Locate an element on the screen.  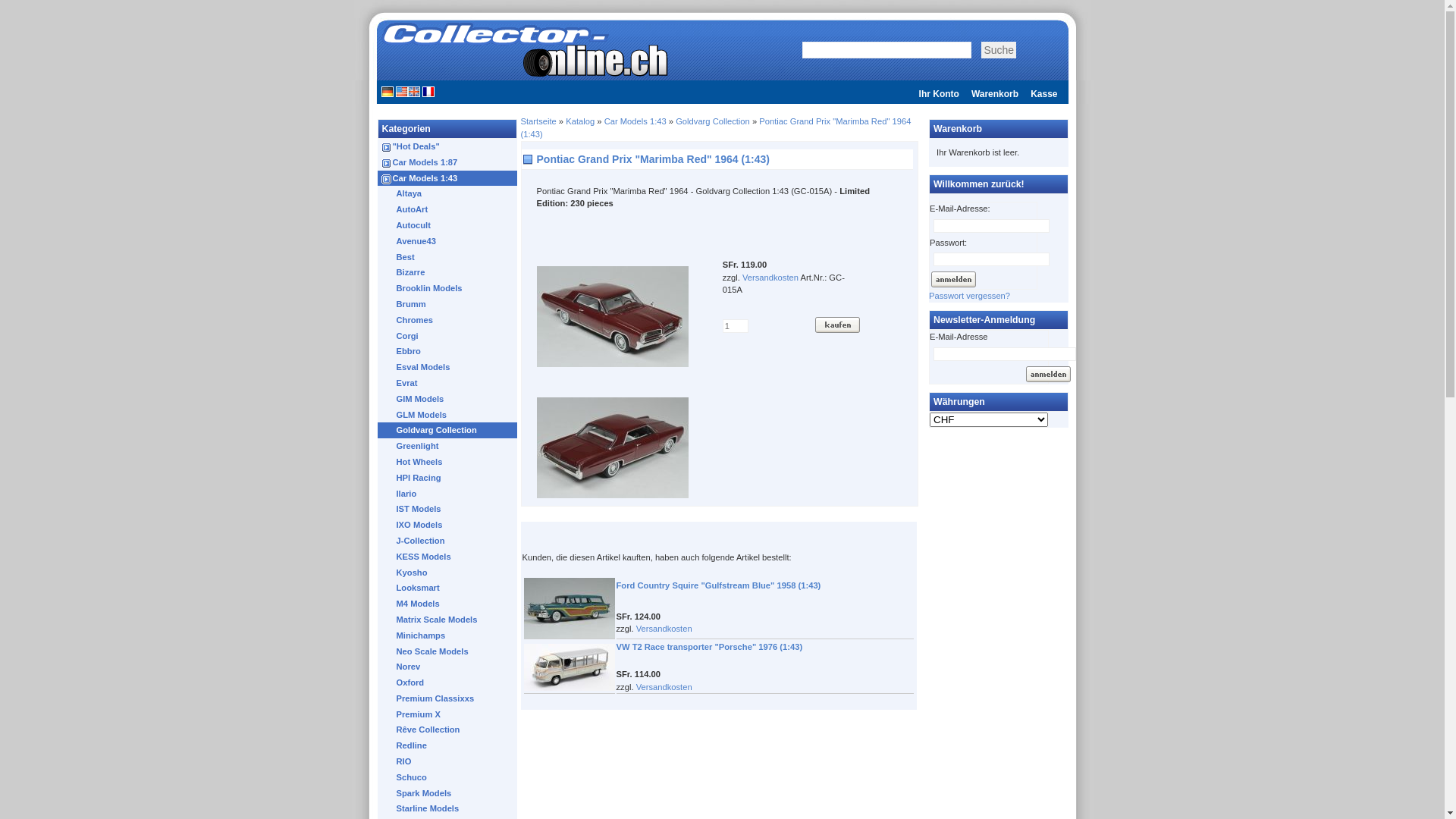
'VW T2 Race transporter "Porsche" 1976 (1:43)' is located at coordinates (708, 646).